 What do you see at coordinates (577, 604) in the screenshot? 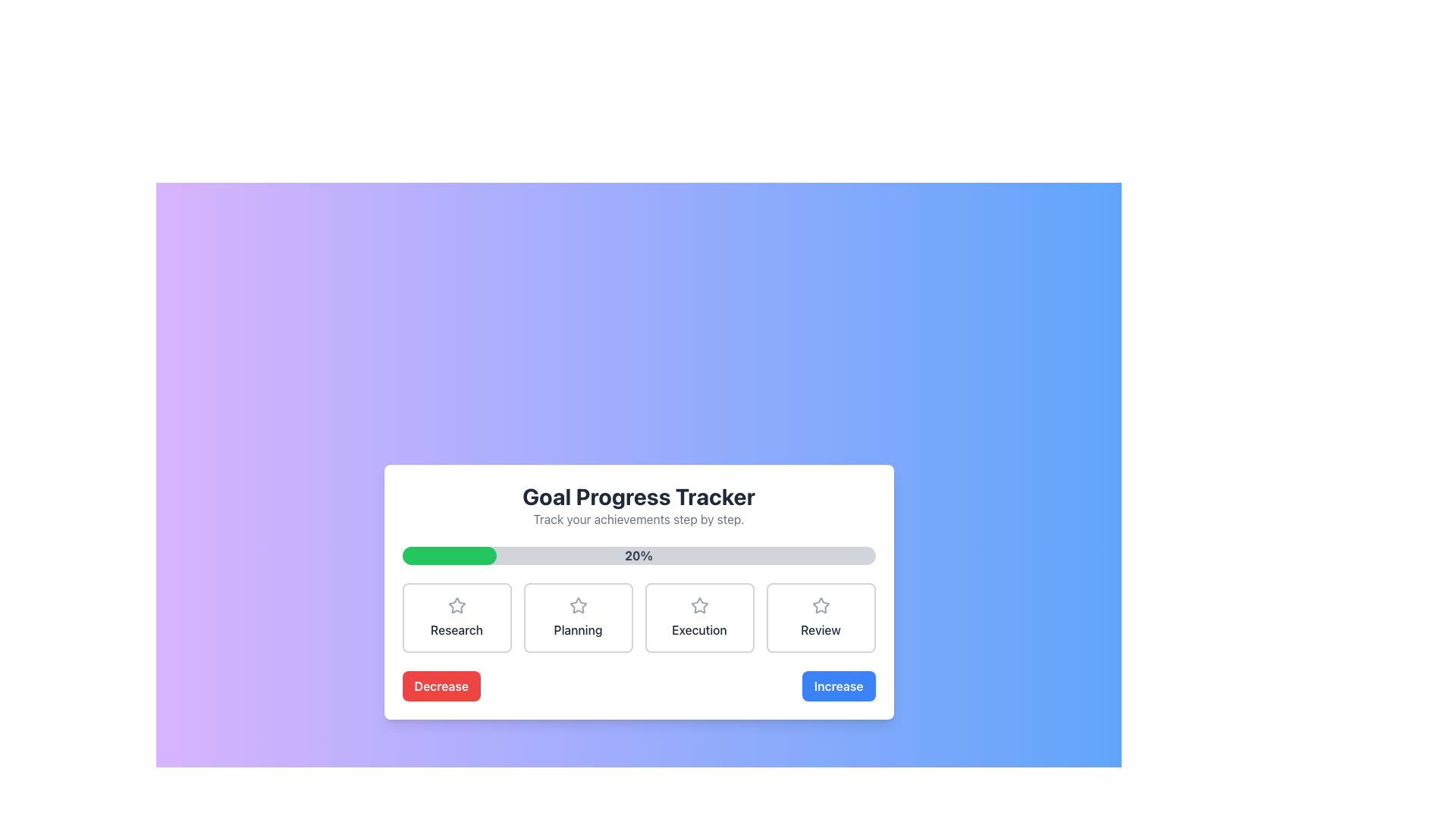
I see `the star-shaped icon, styled in gray and located above the 'Planning' label, to check if it changes state upon interaction` at bounding box center [577, 604].